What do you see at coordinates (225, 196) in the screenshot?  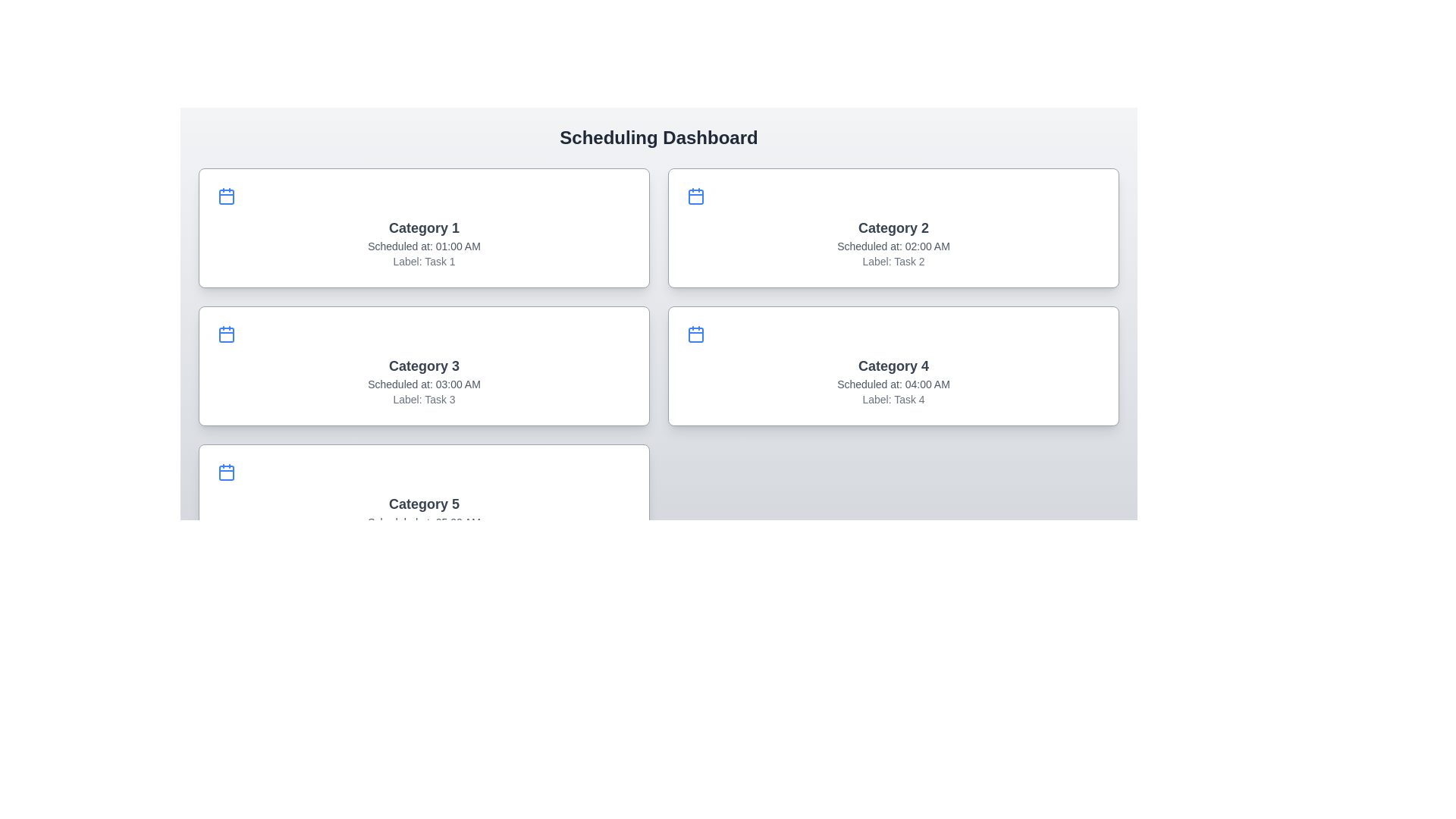 I see `the decorative shape within the SVG calendar icon located in the 'Category 1' card at the top left corner of the graphical user interface` at bounding box center [225, 196].